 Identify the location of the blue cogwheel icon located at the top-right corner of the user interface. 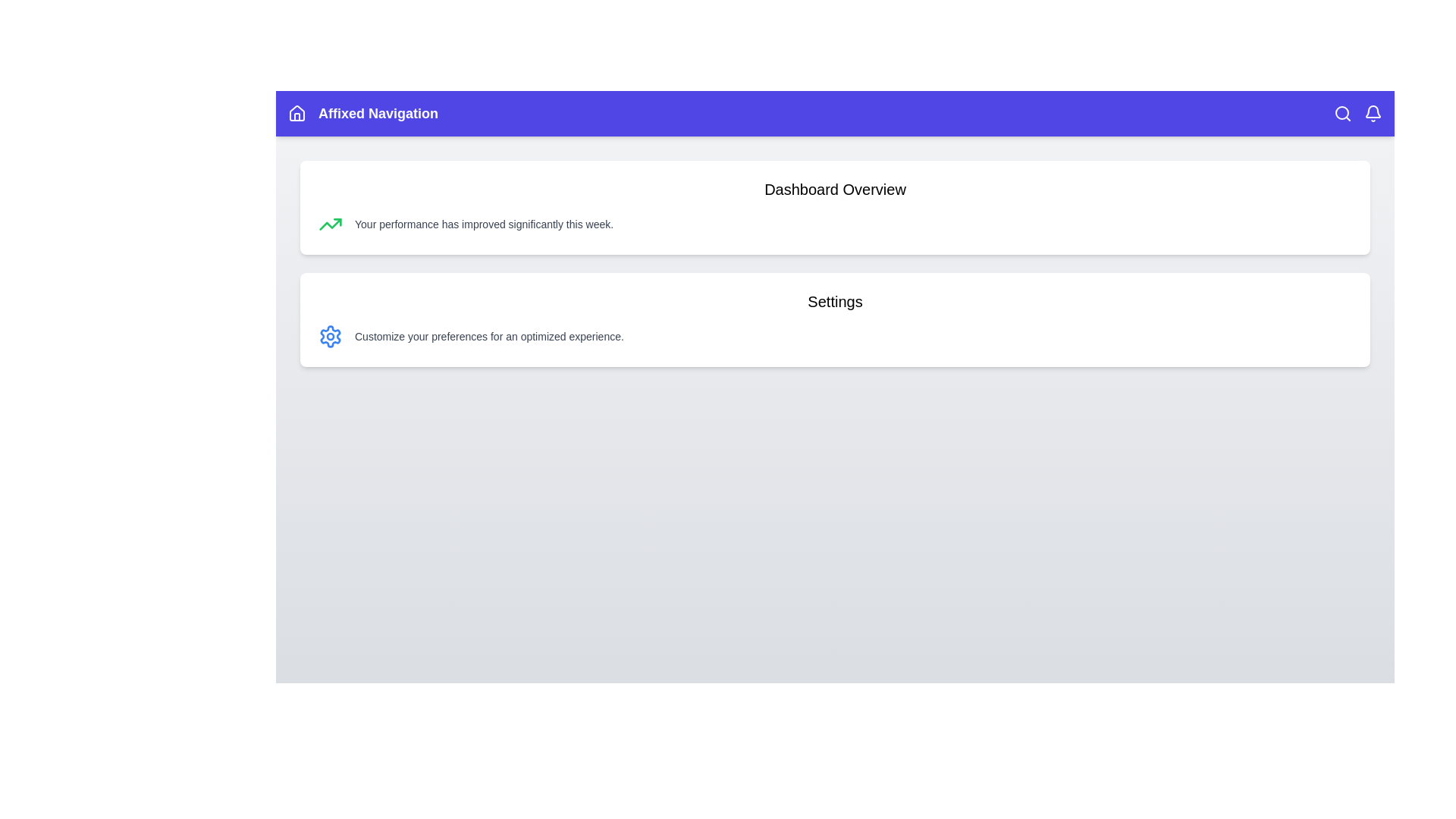
(330, 335).